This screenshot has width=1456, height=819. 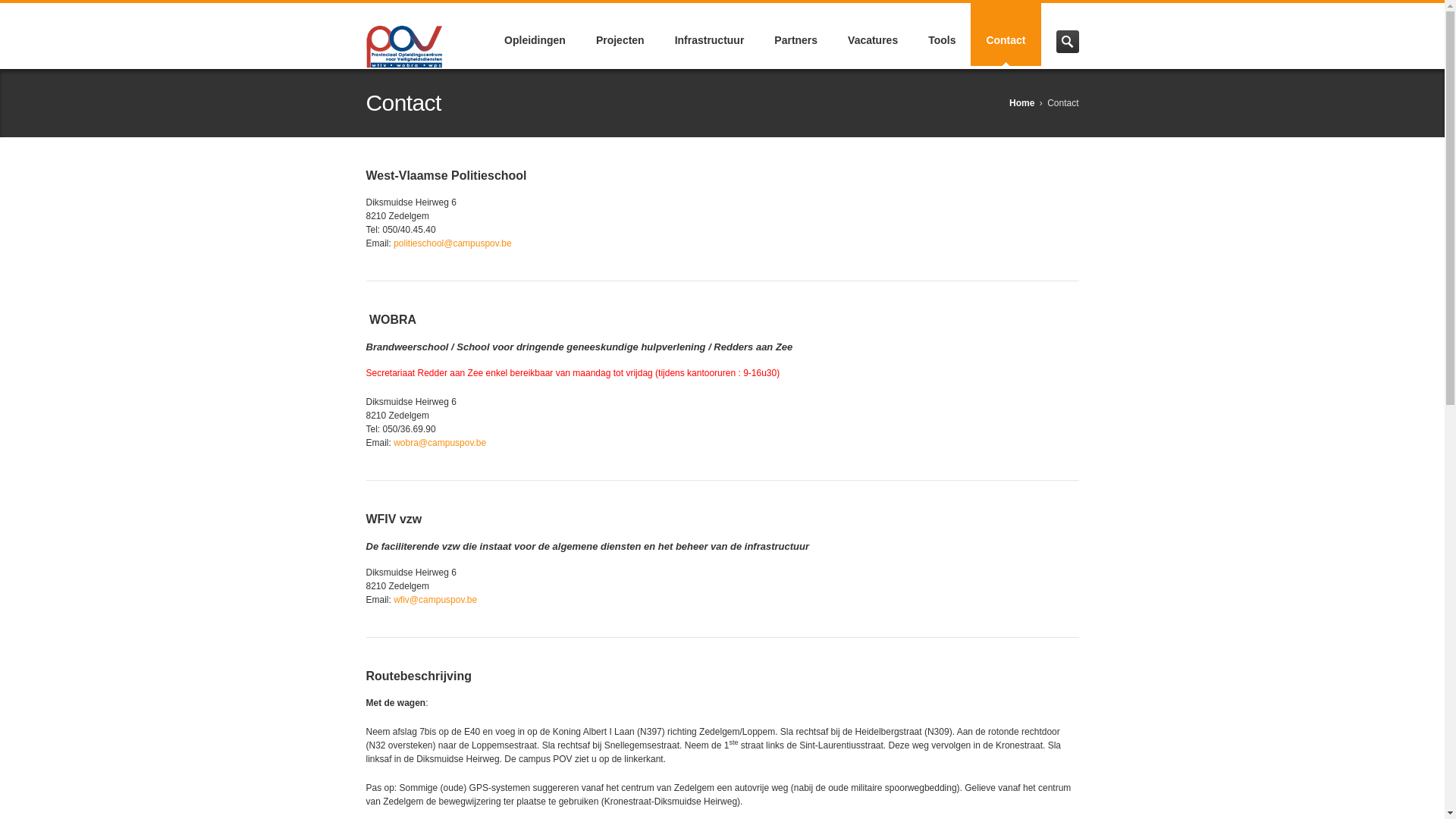 I want to click on 'politieschool@campuspov.be', so click(x=451, y=242).